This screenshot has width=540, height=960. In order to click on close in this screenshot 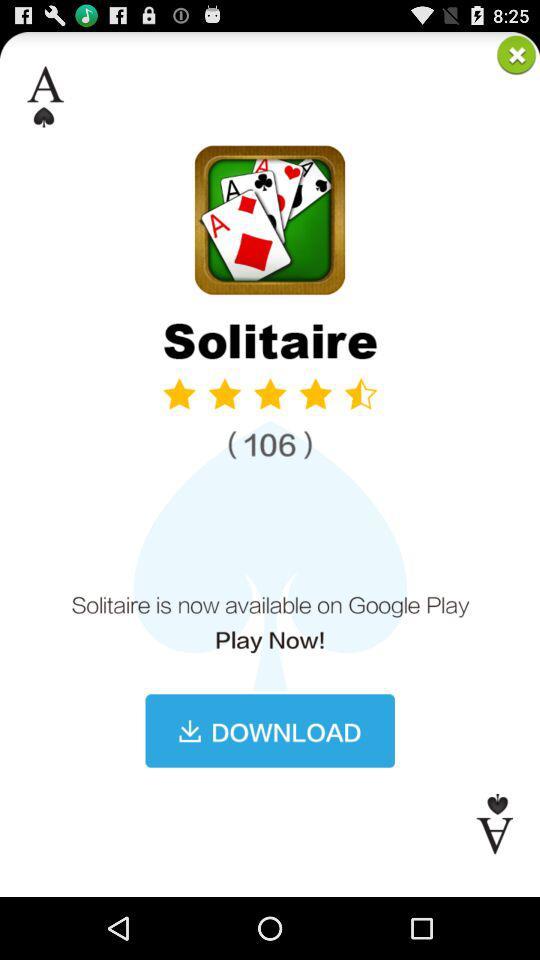, I will do `click(516, 53)`.